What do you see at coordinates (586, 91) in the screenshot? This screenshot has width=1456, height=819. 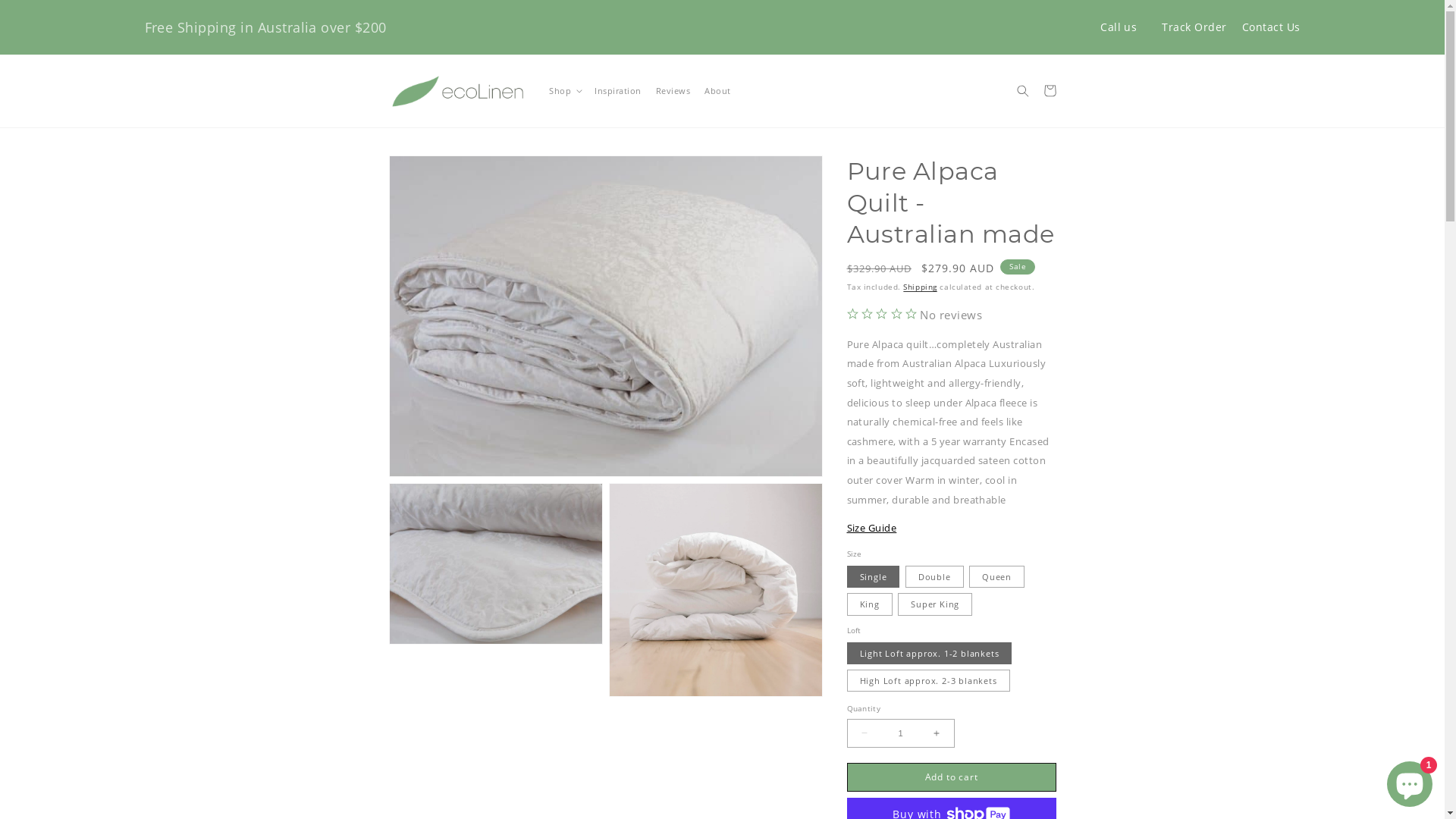 I see `'Inspiration'` at bounding box center [586, 91].